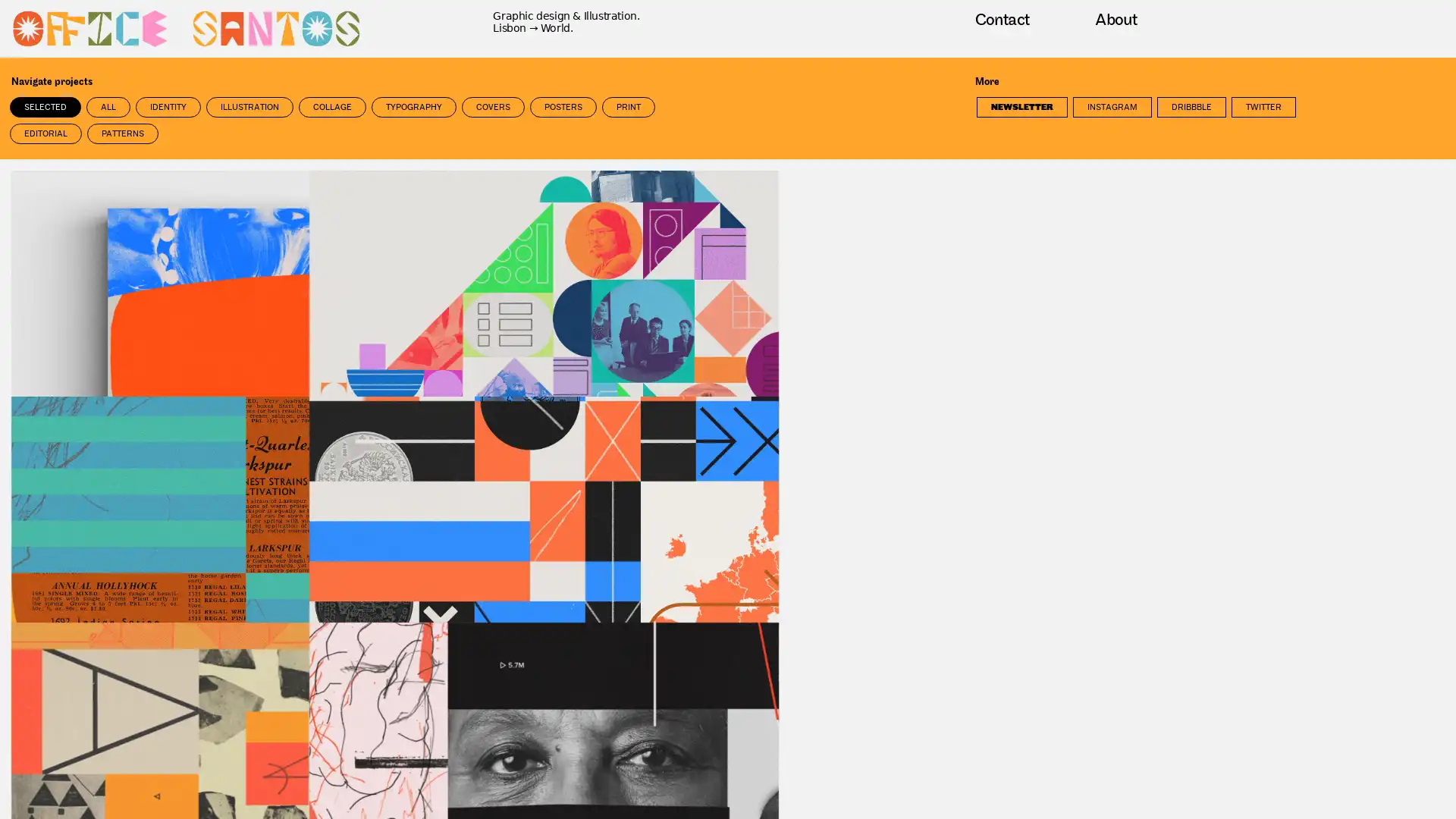  What do you see at coordinates (168, 106) in the screenshot?
I see `IDENTITY` at bounding box center [168, 106].